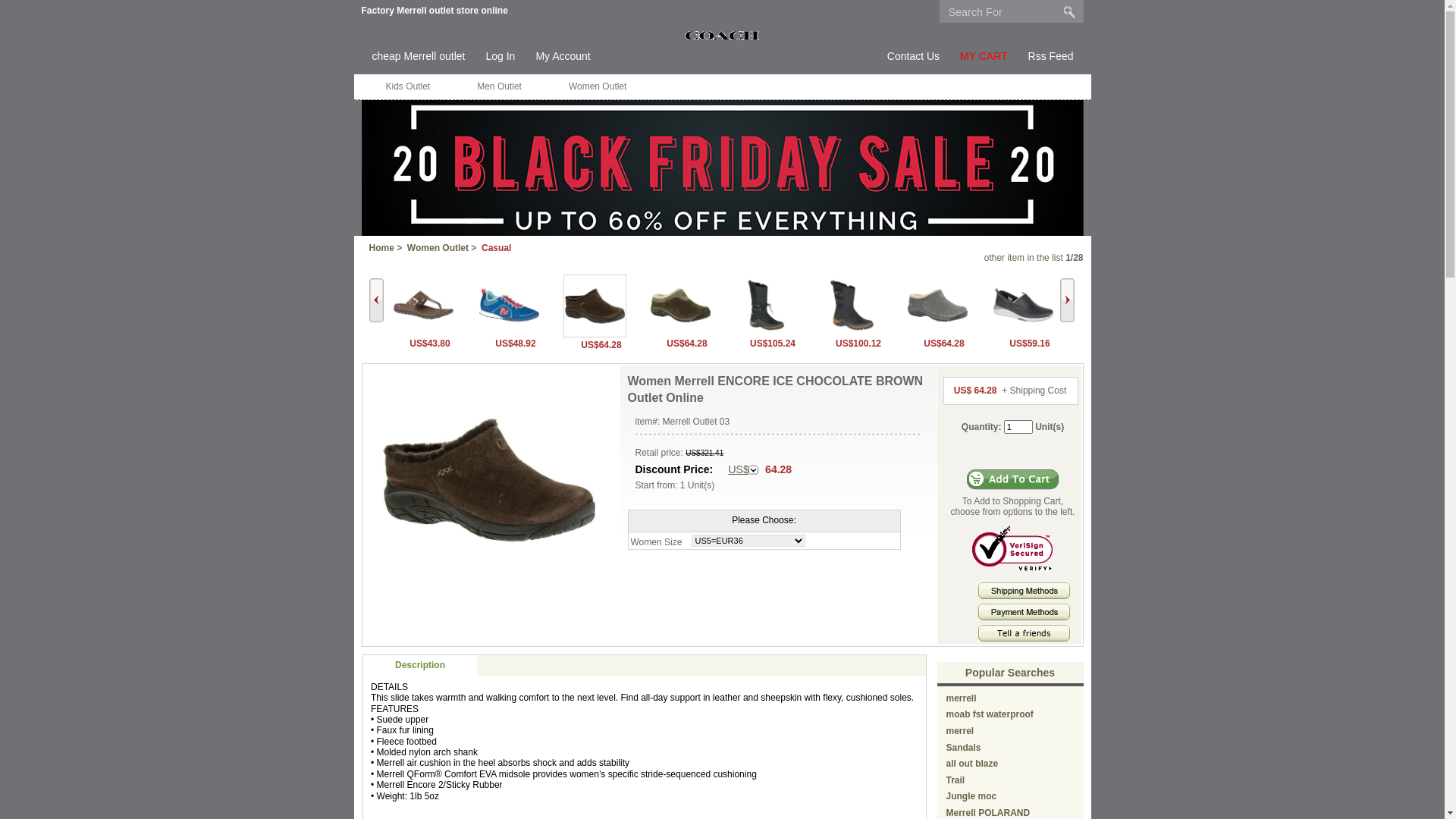 Image resolution: width=1456 pixels, height=819 pixels. I want to click on 'Merrell POLARAND', so click(946, 812).